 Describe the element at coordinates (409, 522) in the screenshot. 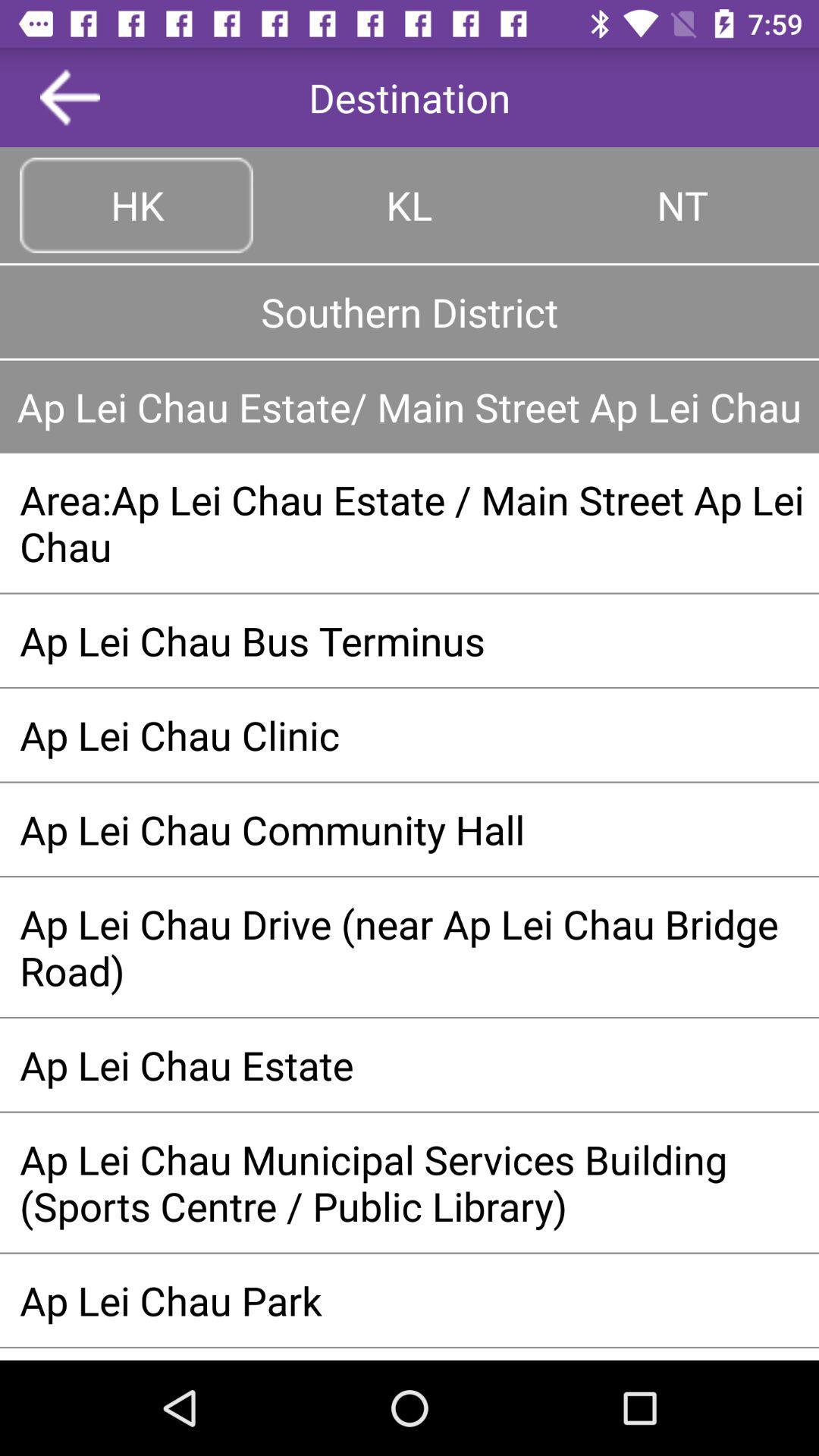

I see `area ap lei item` at that location.